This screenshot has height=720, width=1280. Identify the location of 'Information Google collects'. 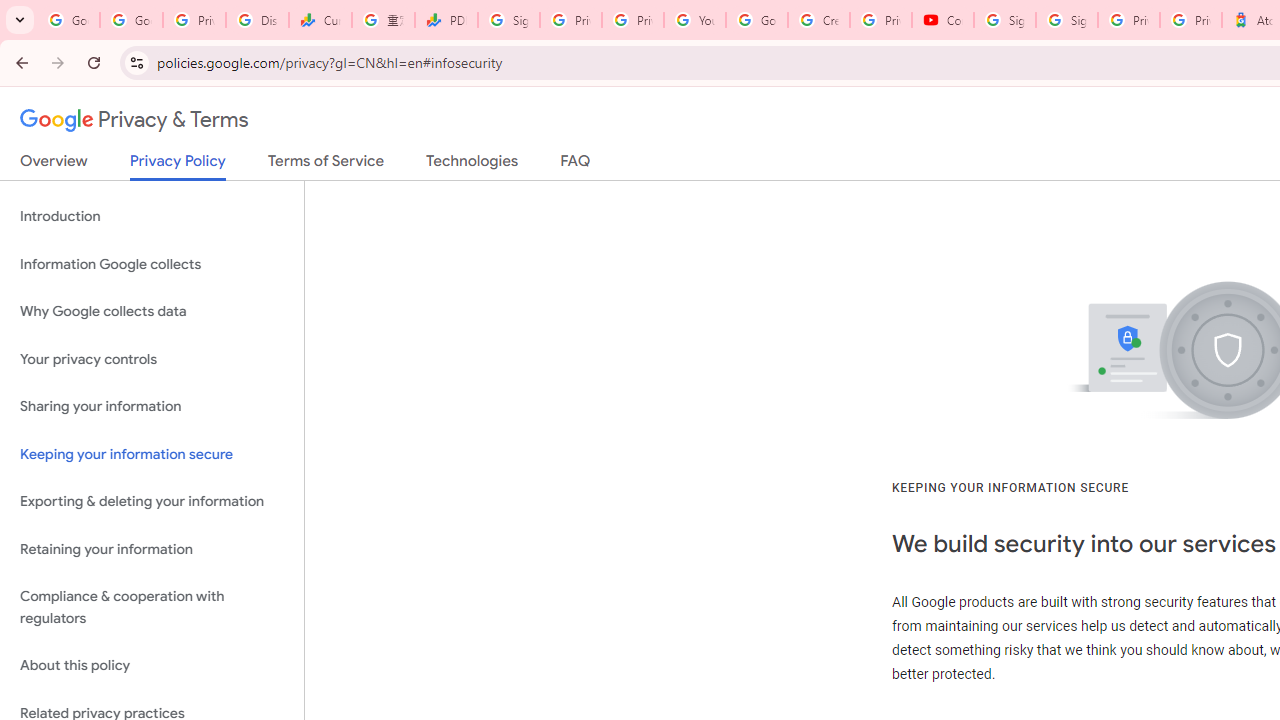
(151, 263).